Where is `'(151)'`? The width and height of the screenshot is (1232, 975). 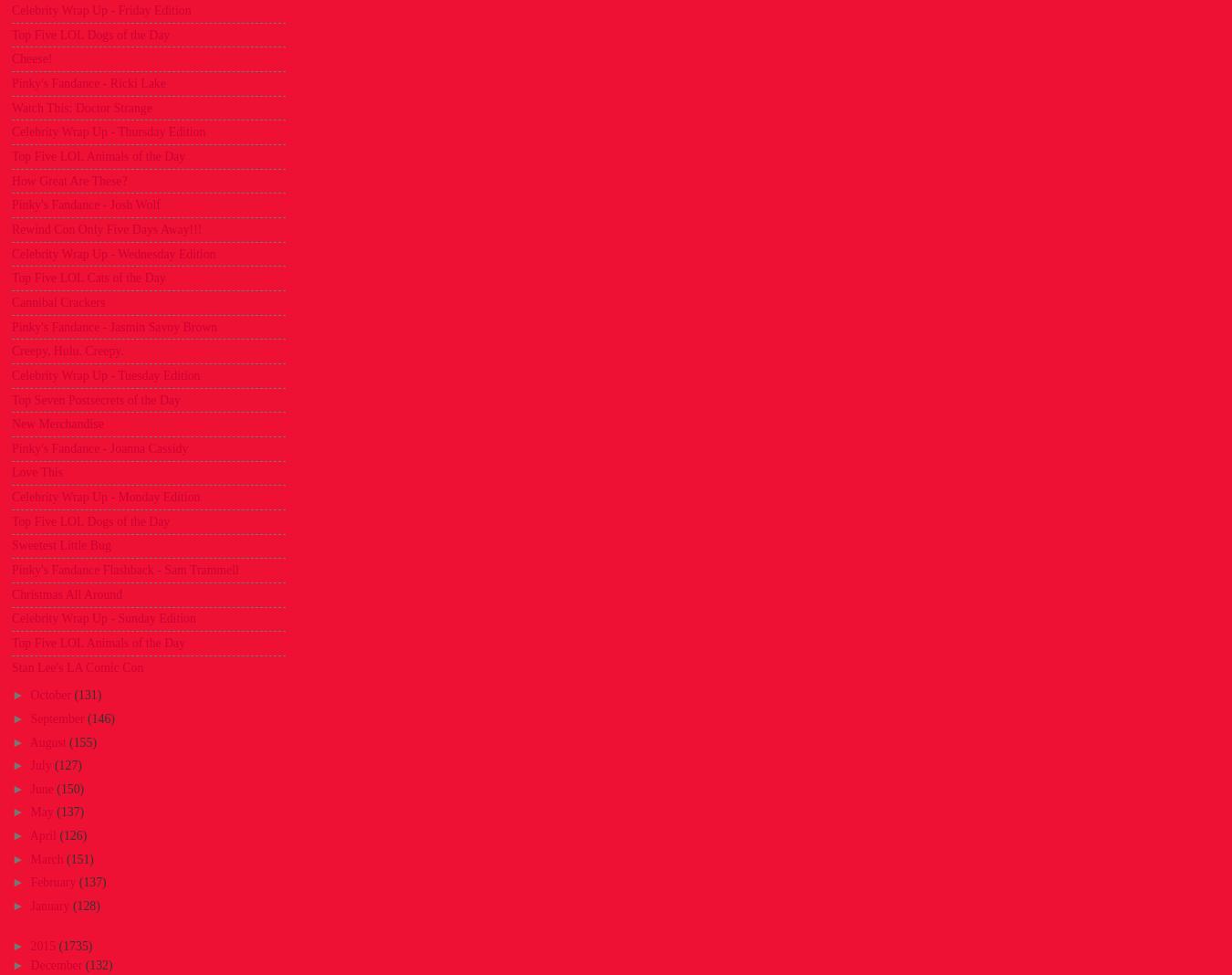
'(151)' is located at coordinates (78, 858).